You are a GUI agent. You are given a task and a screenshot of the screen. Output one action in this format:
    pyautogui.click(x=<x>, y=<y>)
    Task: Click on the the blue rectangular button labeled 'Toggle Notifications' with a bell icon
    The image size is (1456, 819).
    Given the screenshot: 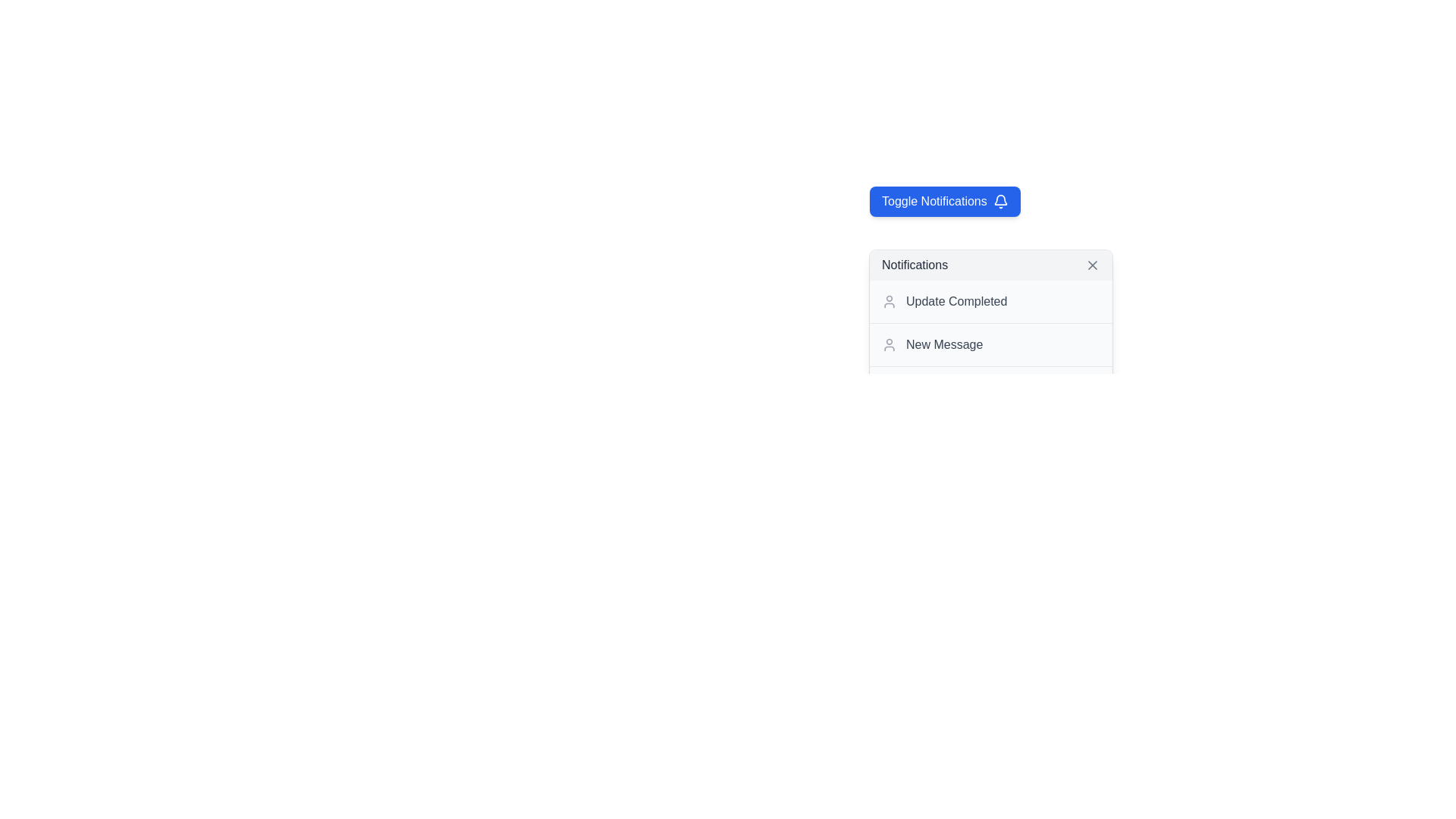 What is the action you would take?
    pyautogui.click(x=944, y=201)
    